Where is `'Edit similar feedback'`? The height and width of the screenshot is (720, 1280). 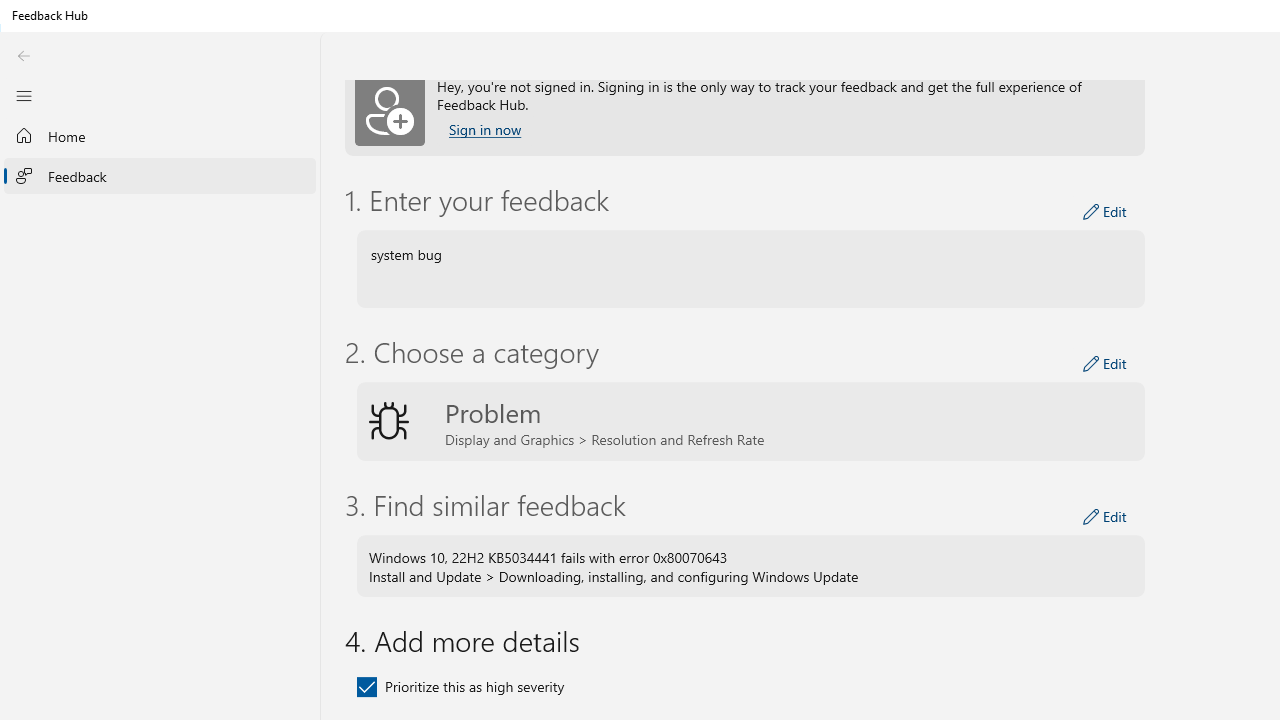
'Edit similar feedback' is located at coordinates (1104, 515).